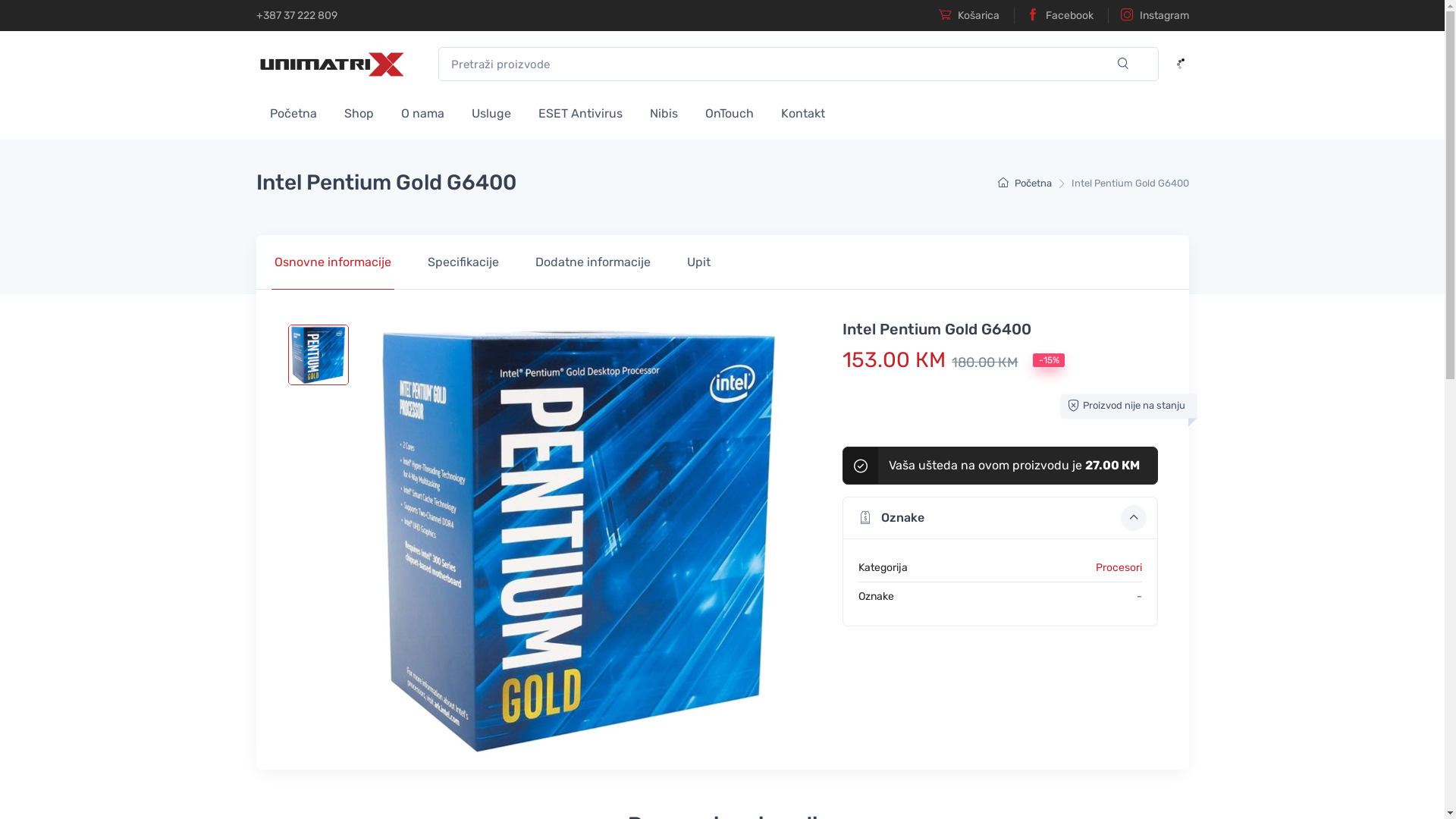  What do you see at coordinates (802, 111) in the screenshot?
I see `'Kontakt'` at bounding box center [802, 111].